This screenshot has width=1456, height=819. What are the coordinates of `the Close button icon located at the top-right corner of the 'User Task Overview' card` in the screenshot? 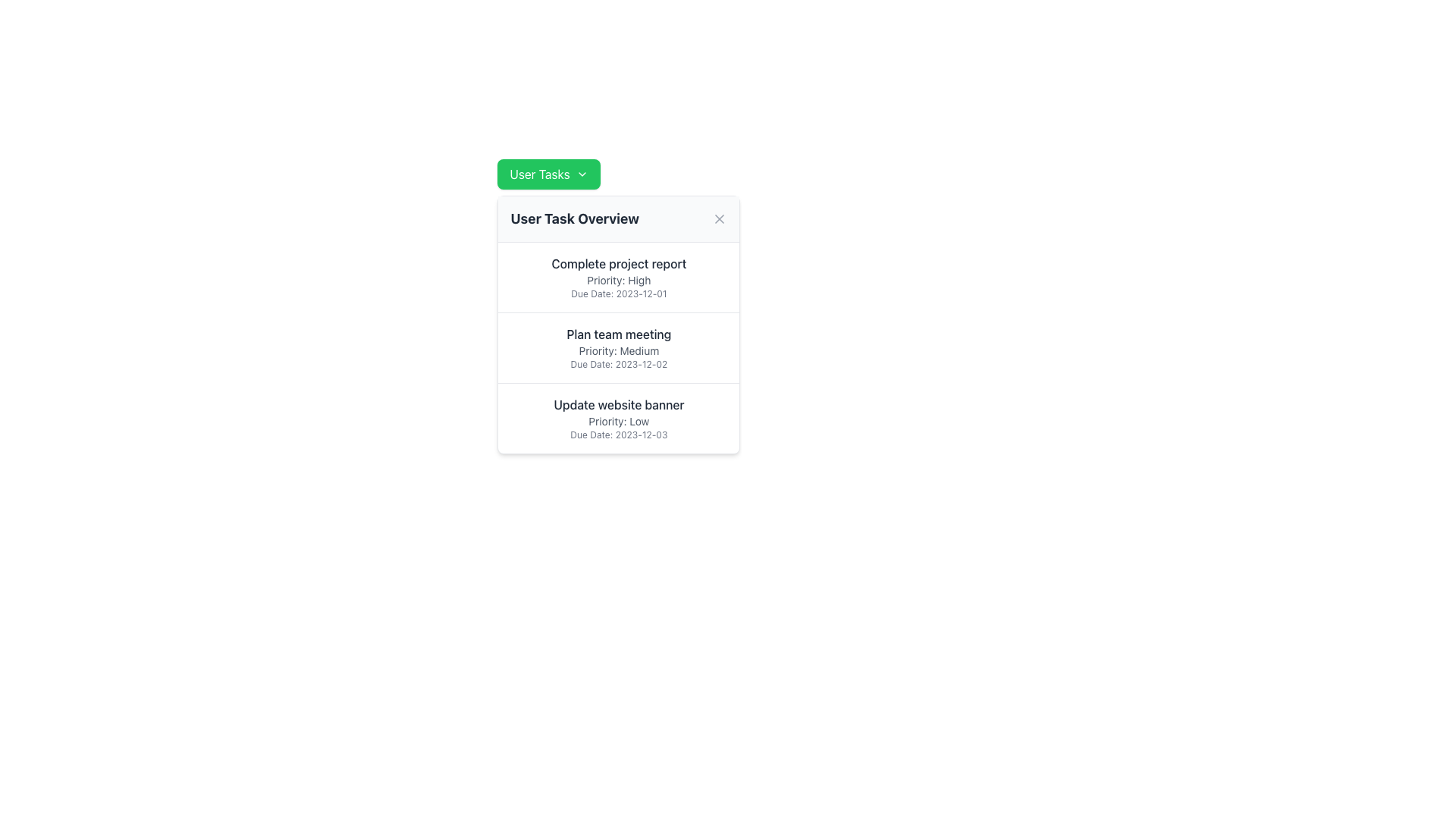 It's located at (719, 219).